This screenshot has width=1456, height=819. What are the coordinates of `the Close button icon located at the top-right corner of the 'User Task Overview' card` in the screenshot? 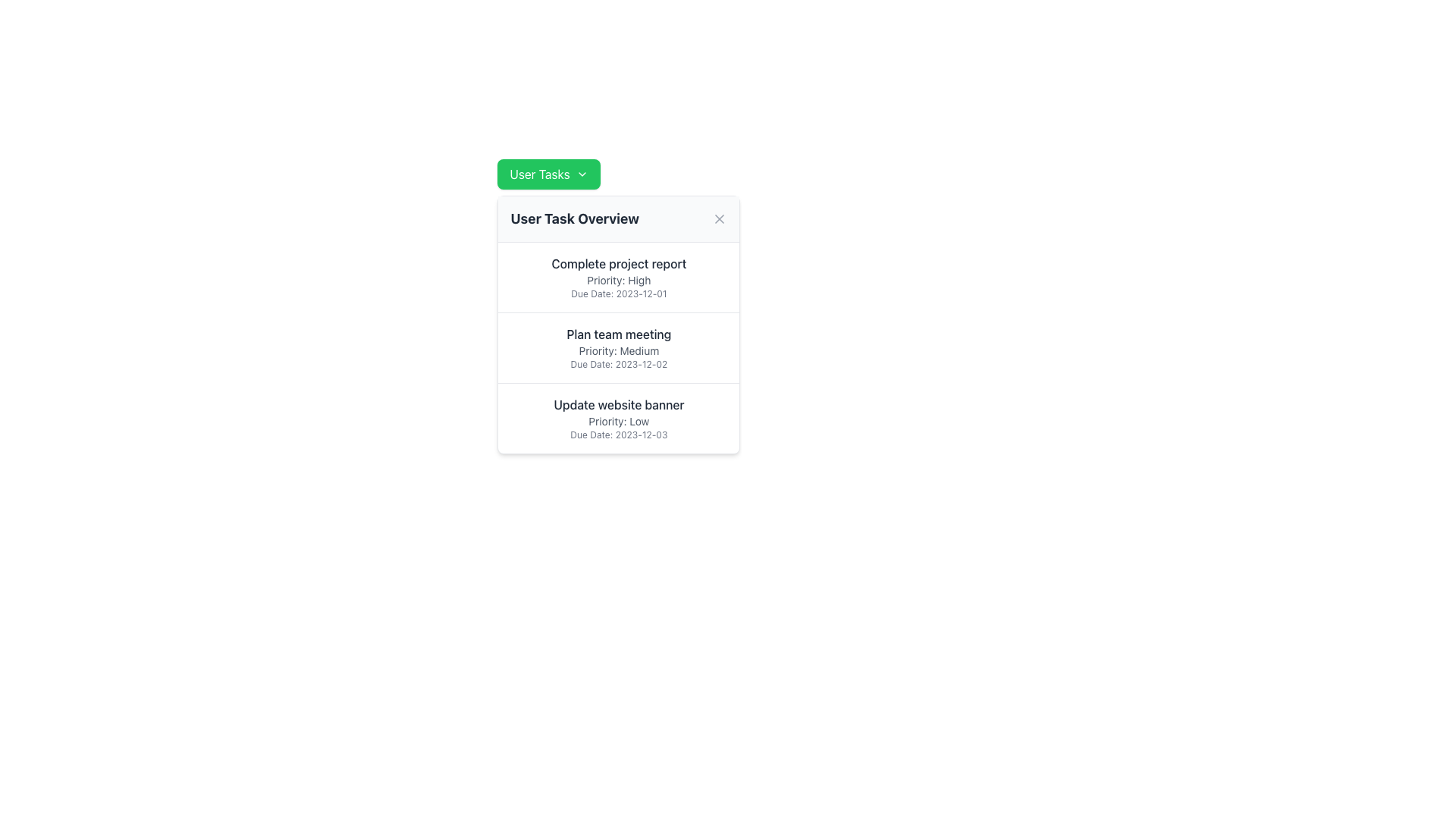 It's located at (719, 219).